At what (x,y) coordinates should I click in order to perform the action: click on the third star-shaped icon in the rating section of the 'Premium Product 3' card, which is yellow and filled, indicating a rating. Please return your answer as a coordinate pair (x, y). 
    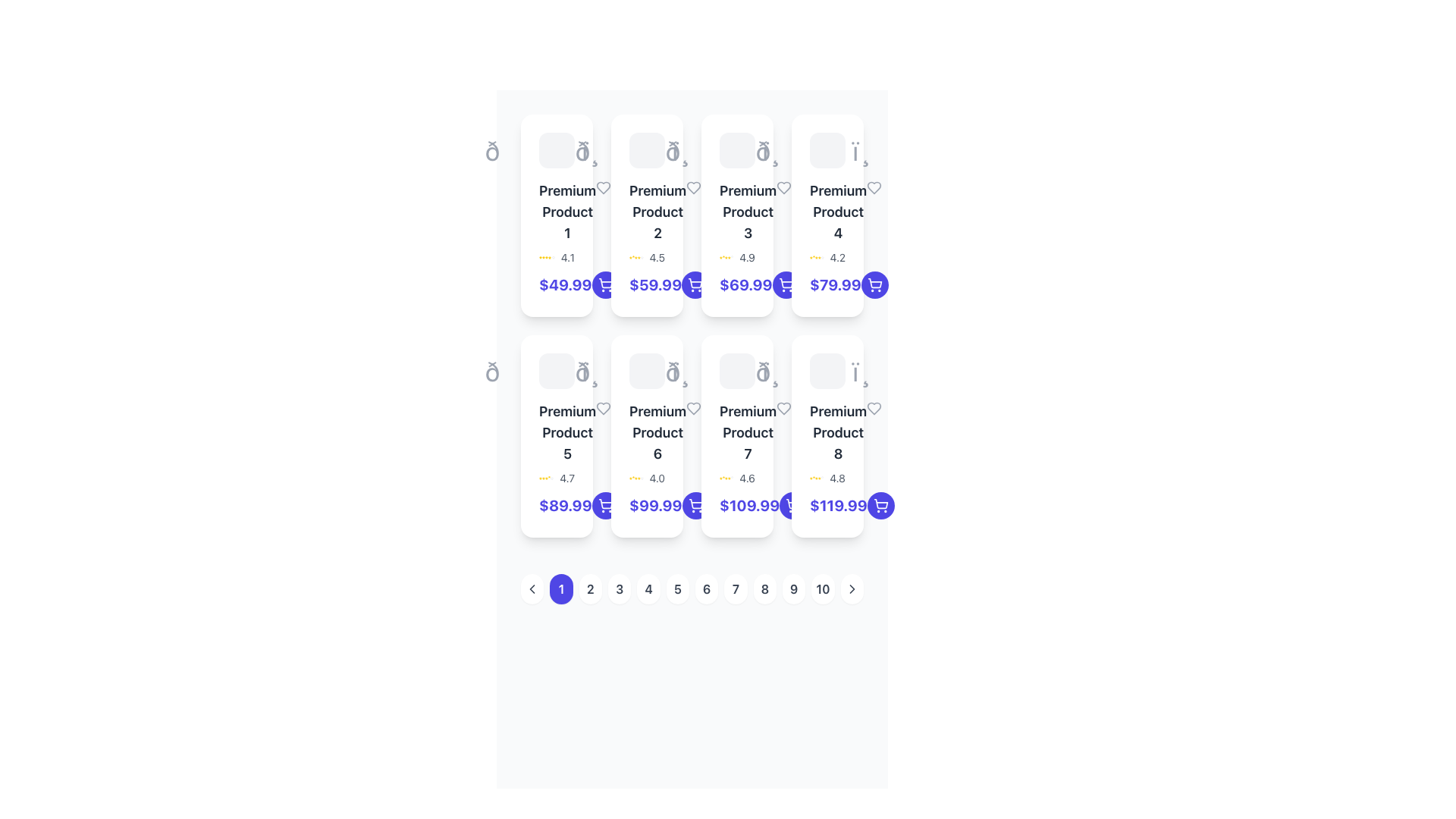
    Looking at the image, I should click on (729, 256).